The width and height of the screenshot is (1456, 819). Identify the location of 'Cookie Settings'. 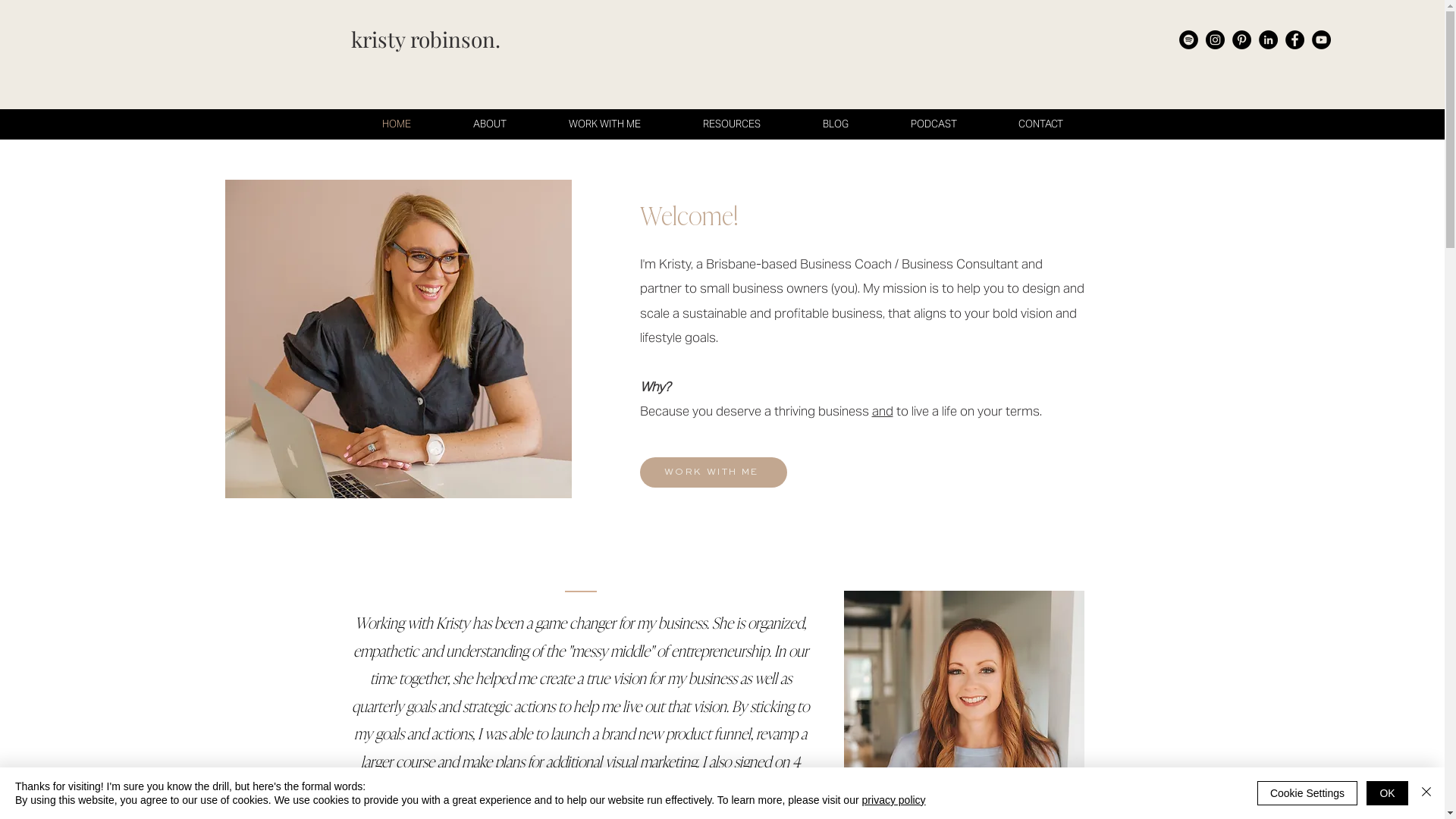
(1306, 792).